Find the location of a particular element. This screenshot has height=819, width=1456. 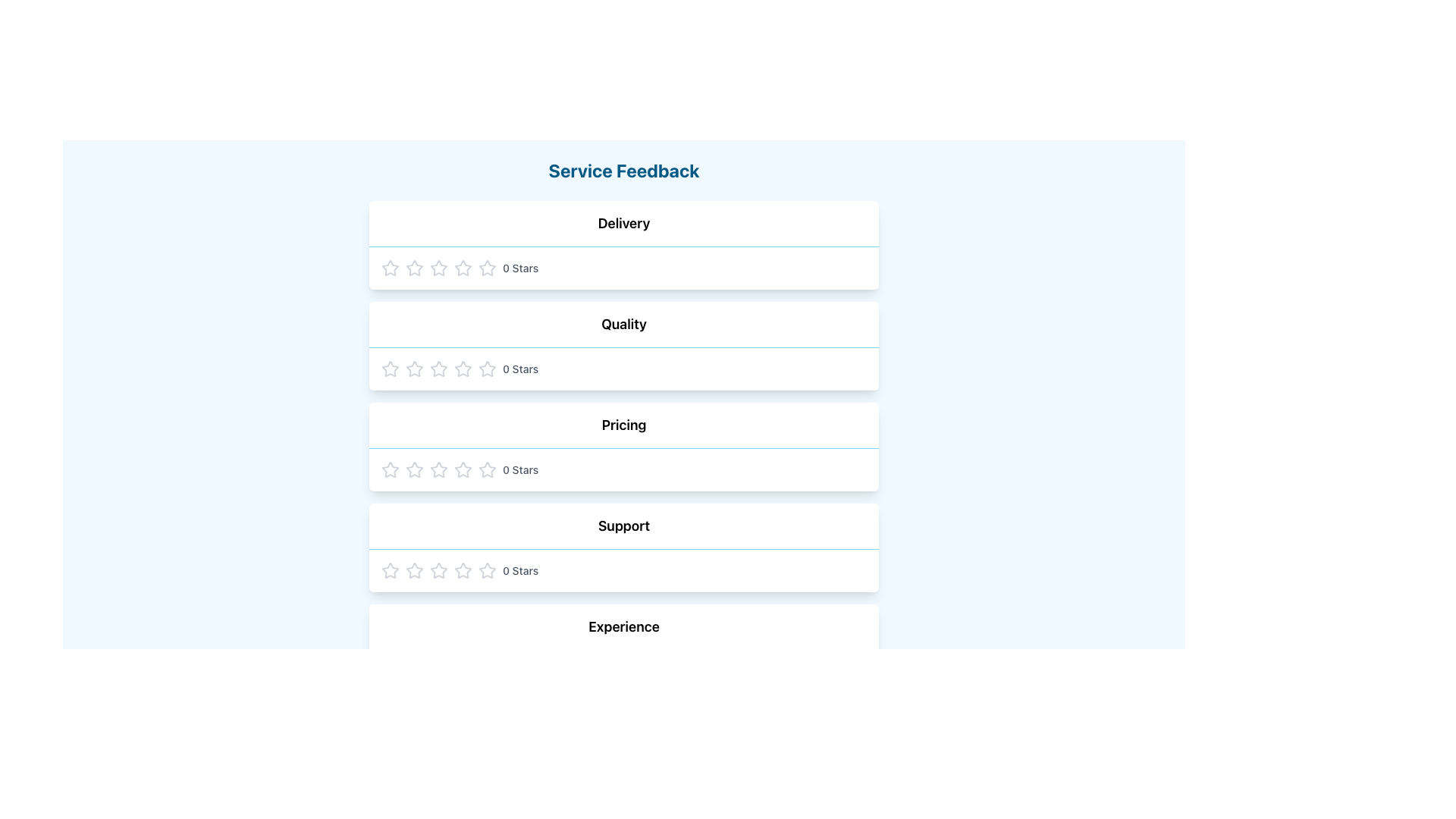

the 'Quality' Text Label, which is styled with a bold font and a blue underline, and serves as the second section header in the layout is located at coordinates (623, 324).